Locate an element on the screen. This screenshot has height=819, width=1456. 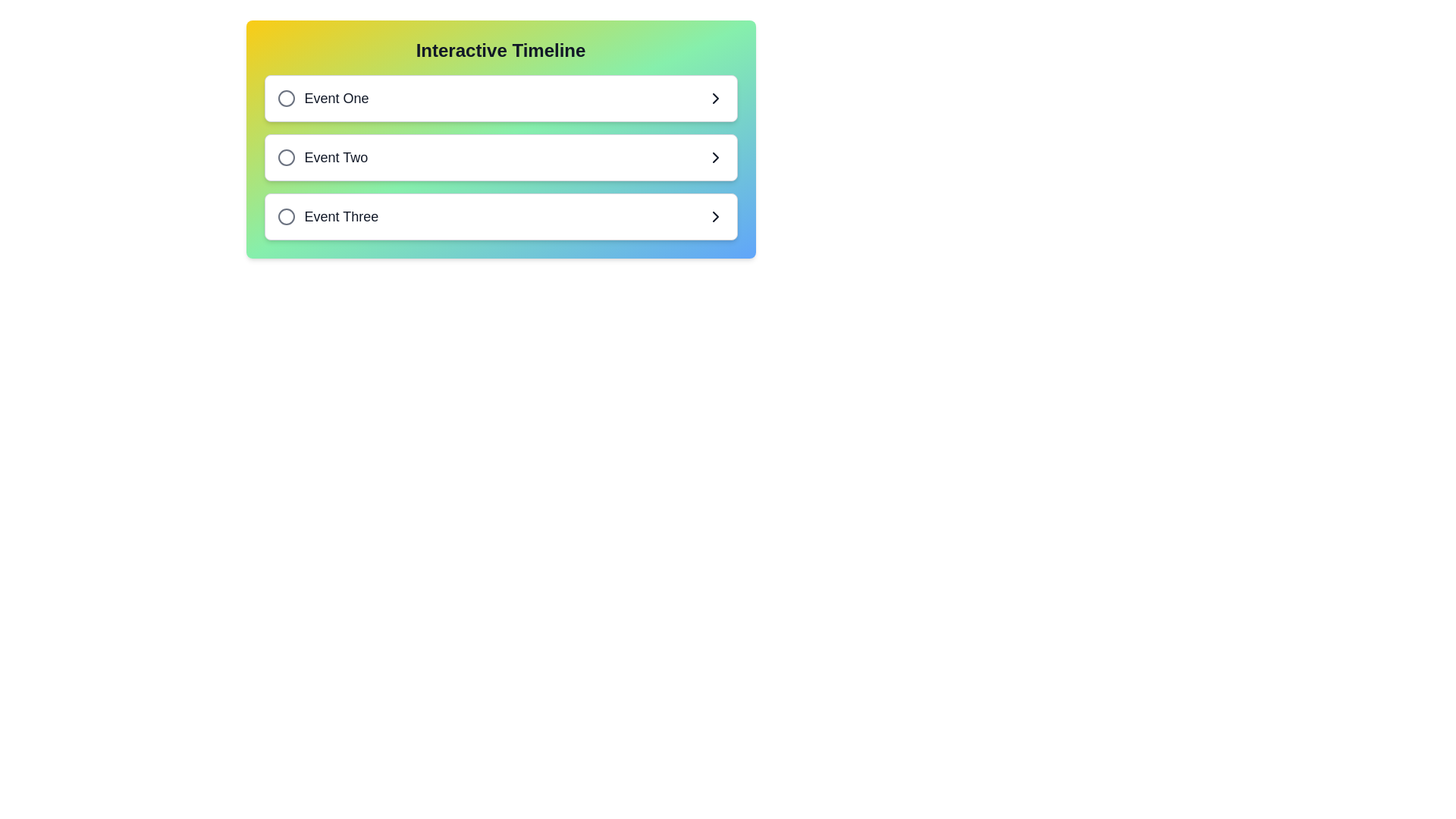
the 'Event One' text label which is bold and medium-sized, located in the first list item of a vertical event list is located at coordinates (336, 99).